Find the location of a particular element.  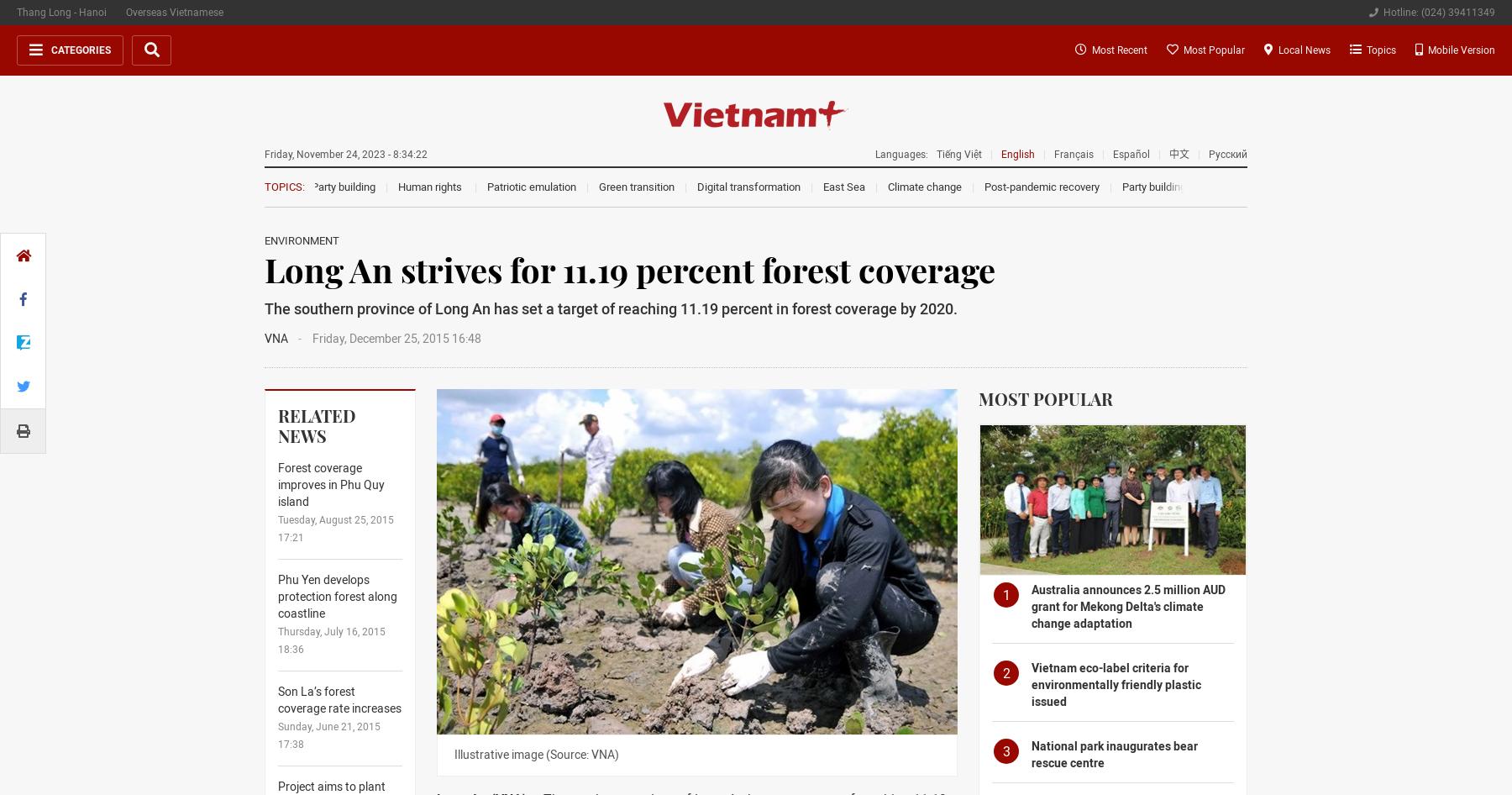

'Friday, November 24, 2023 - 8:34:22' is located at coordinates (264, 154).